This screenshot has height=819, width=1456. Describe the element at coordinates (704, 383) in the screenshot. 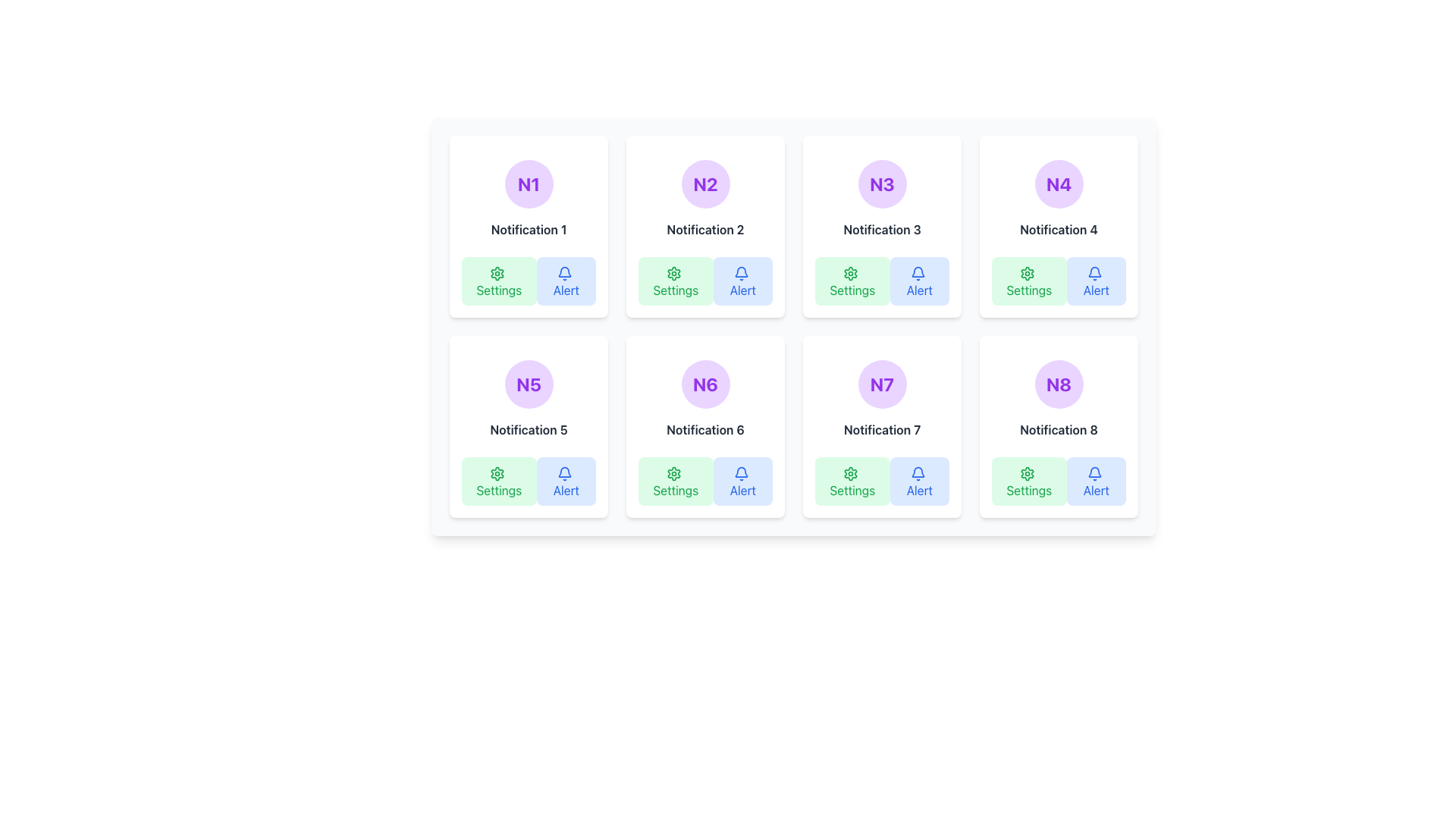

I see `the text displayed in the Text label within the circular background of the 'Notification 6' card, located in the second row and third column of the grid` at that location.